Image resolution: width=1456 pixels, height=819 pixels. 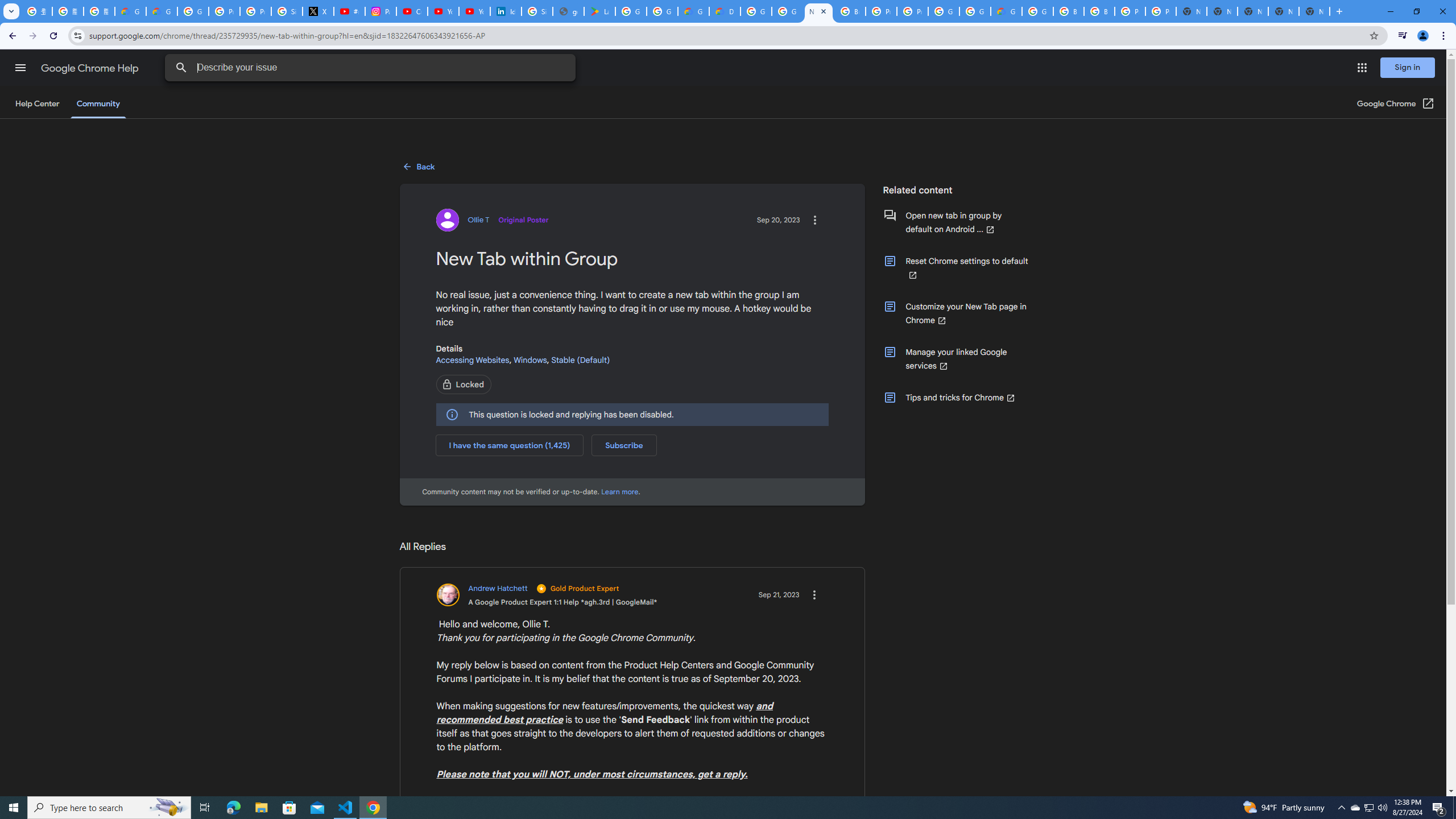 What do you see at coordinates (619, 491) in the screenshot?
I see `'Community content may not be verified or up-to-date.'` at bounding box center [619, 491].